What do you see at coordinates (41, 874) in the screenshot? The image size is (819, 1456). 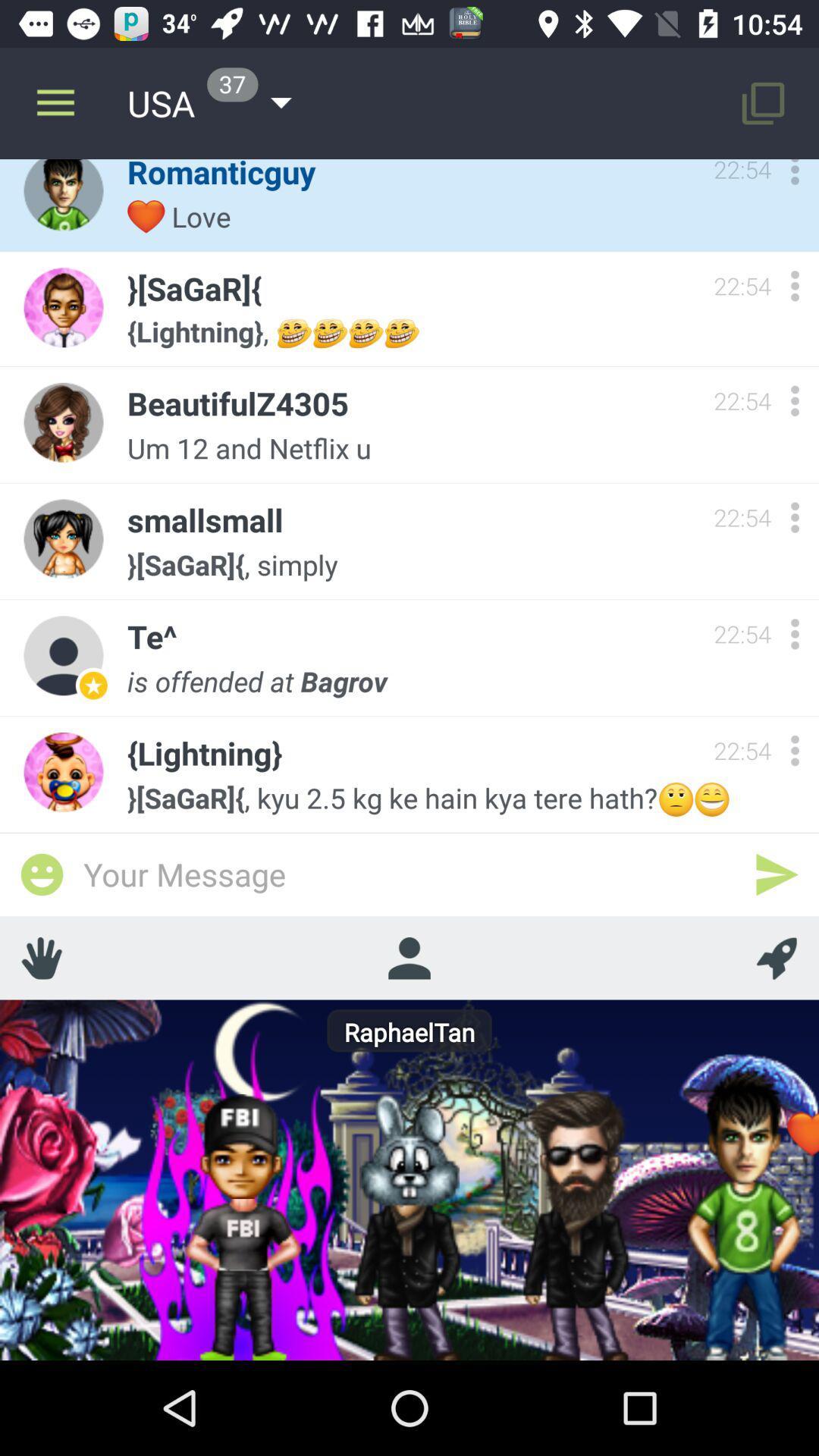 I see `the image bar` at bounding box center [41, 874].